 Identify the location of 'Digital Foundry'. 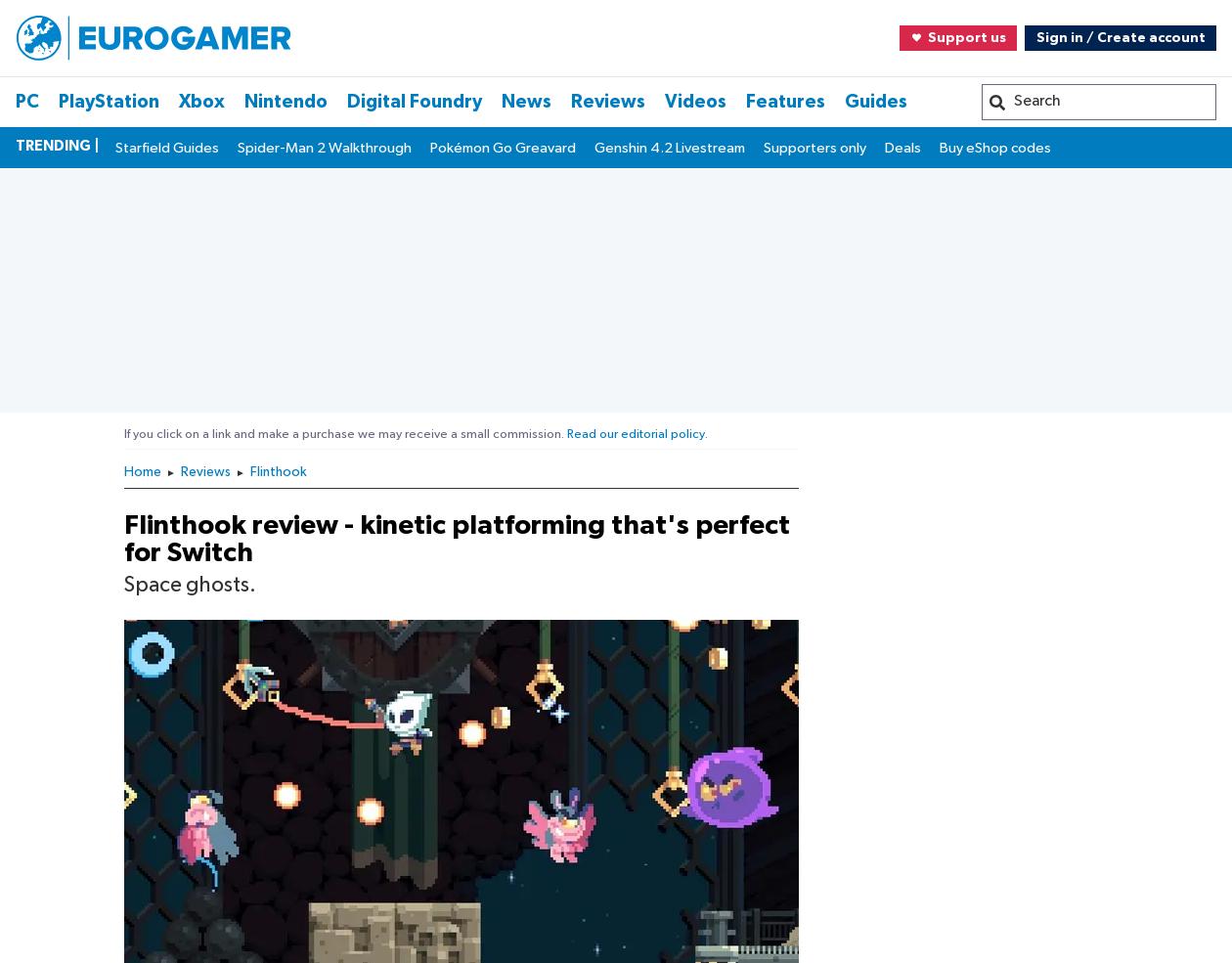
(87, 691).